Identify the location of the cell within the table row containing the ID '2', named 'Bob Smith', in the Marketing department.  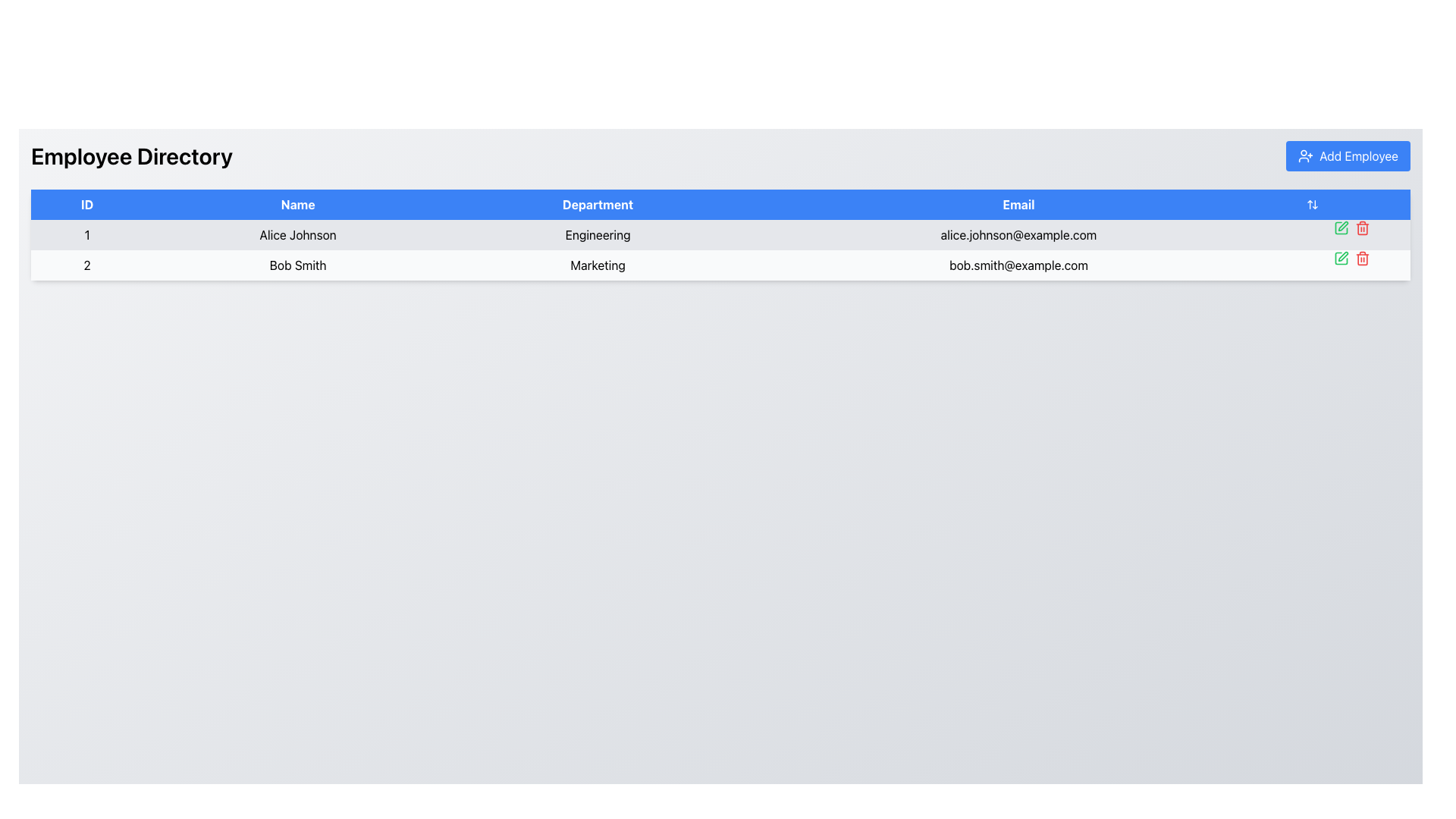
(720, 265).